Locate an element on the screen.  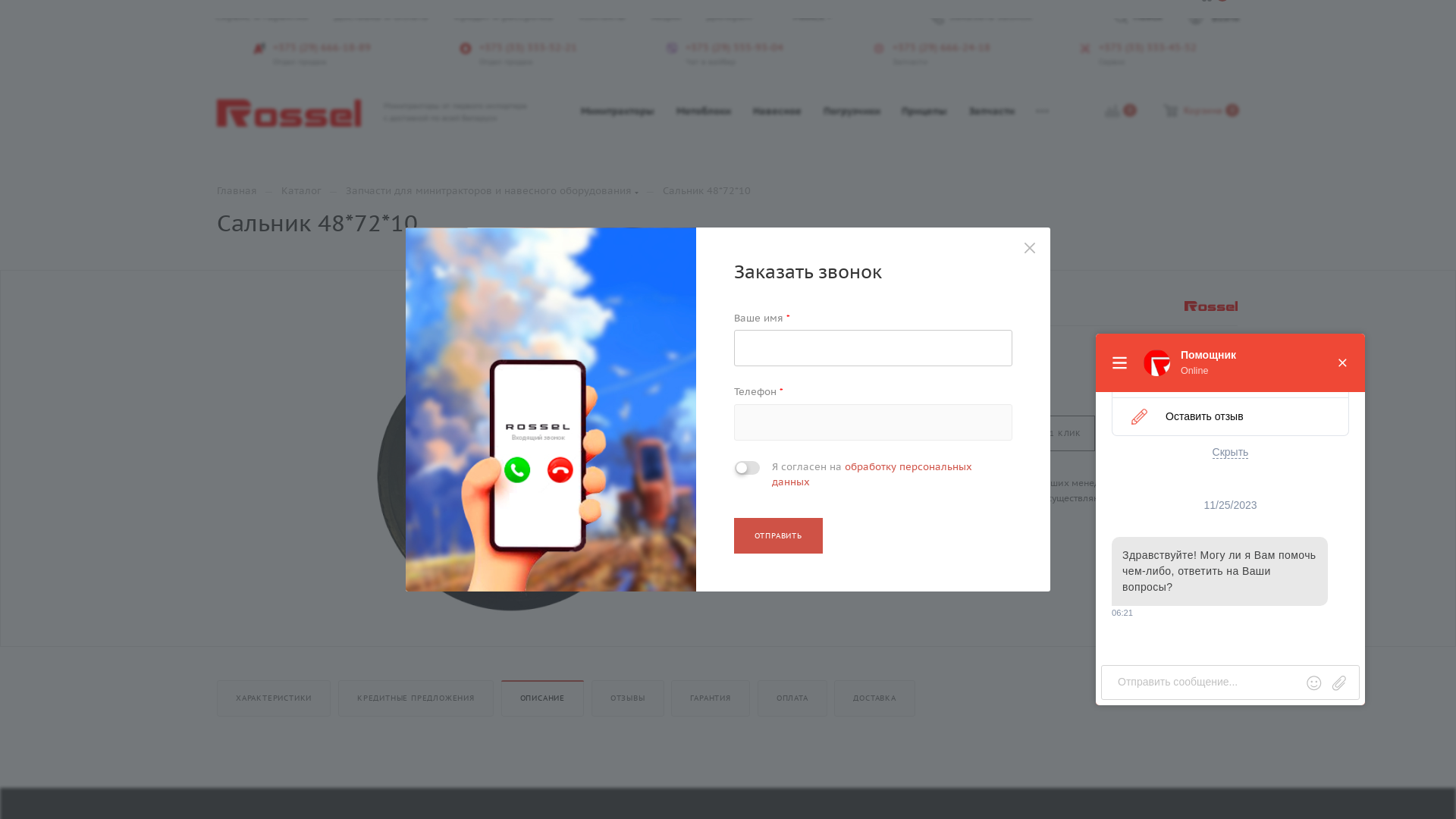
'rossel.by' is located at coordinates (288, 112).